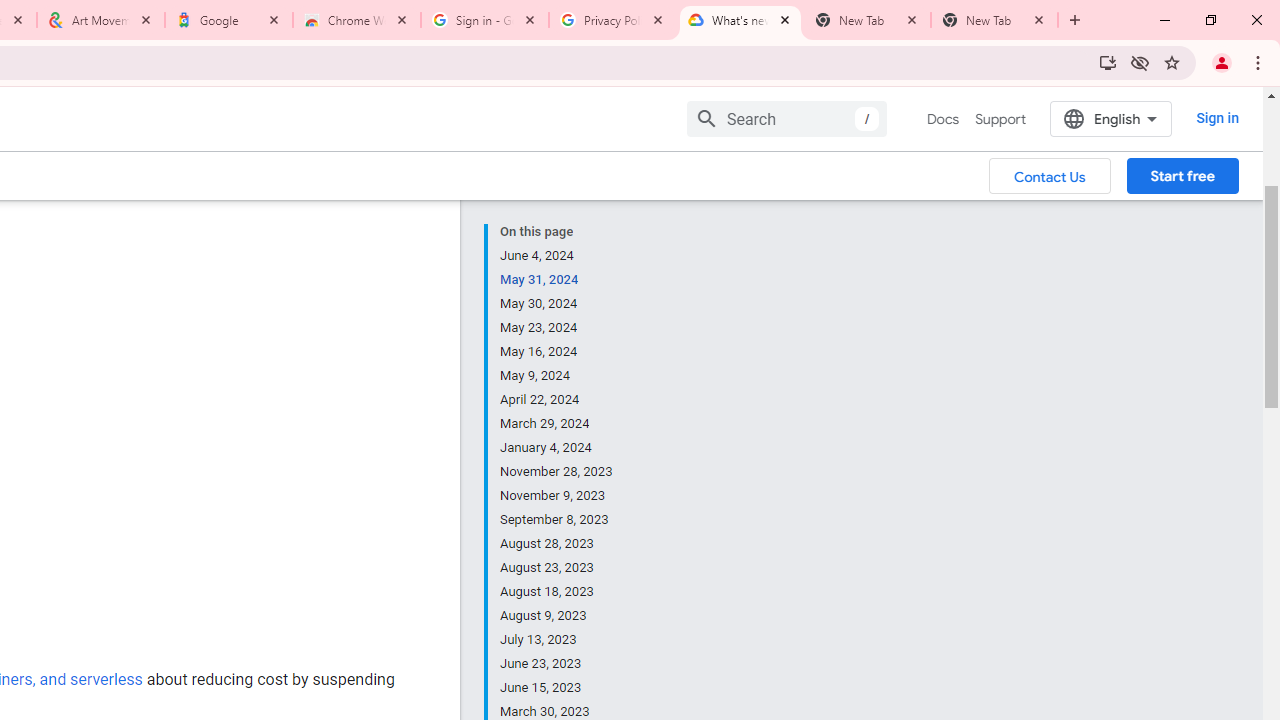 The image size is (1280, 720). I want to click on 'Google', so click(229, 20).